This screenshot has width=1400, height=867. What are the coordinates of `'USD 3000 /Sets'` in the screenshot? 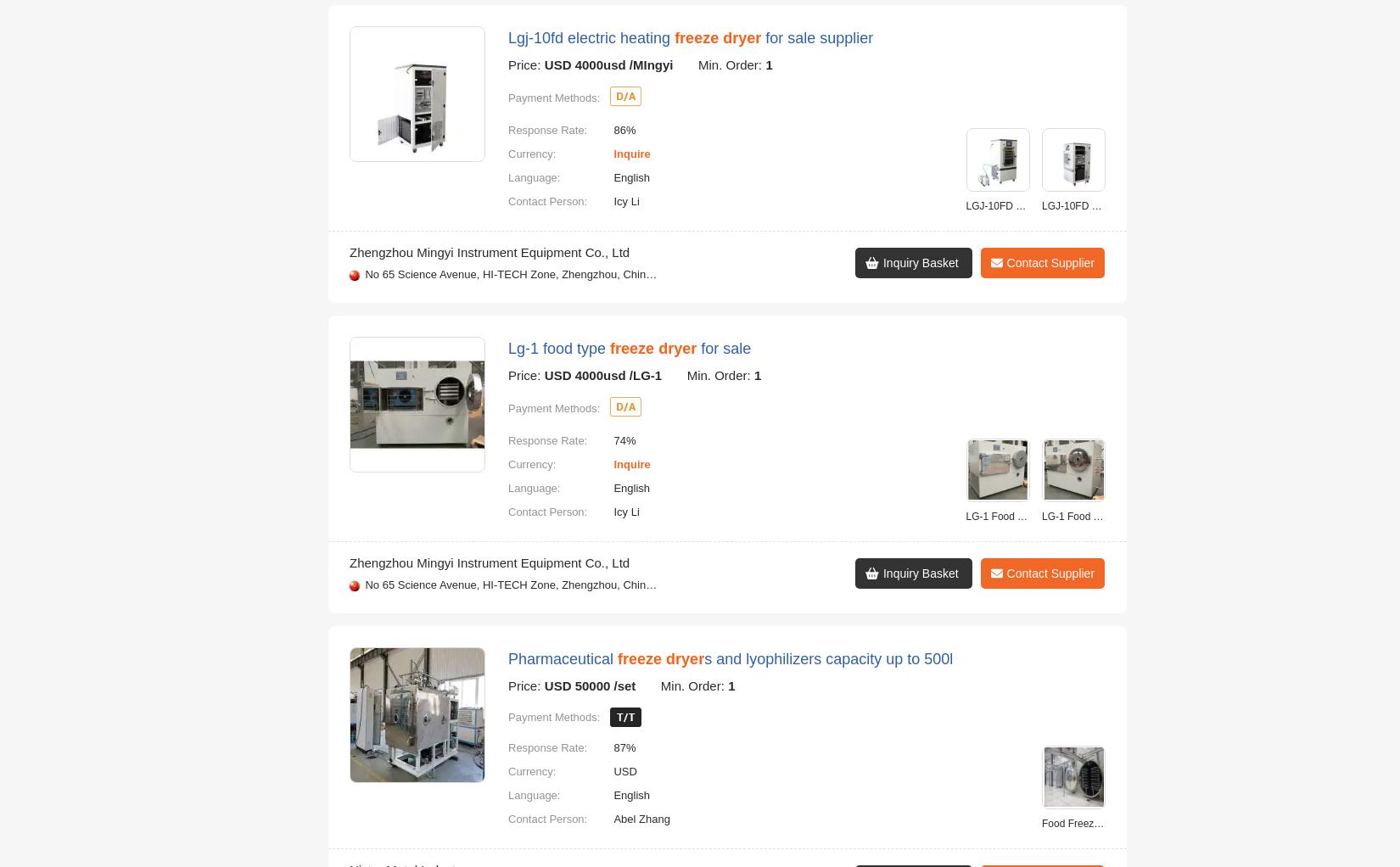 It's located at (543, 170).